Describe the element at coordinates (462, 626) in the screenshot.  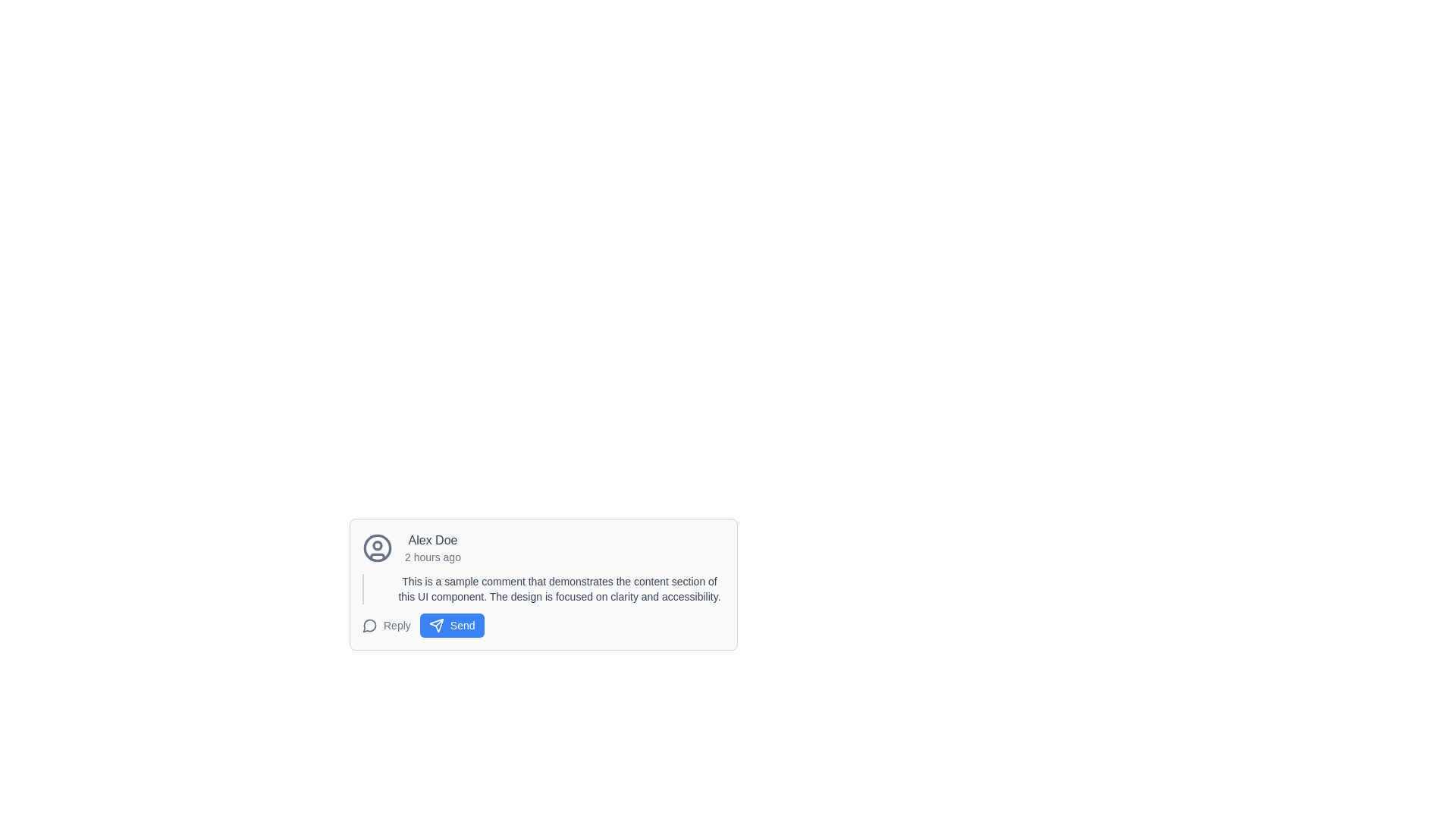
I see `the text label located to the right of the paper airplane icon inside the button at the bottom of the comment box, which indicates the button's action to send a message` at that location.